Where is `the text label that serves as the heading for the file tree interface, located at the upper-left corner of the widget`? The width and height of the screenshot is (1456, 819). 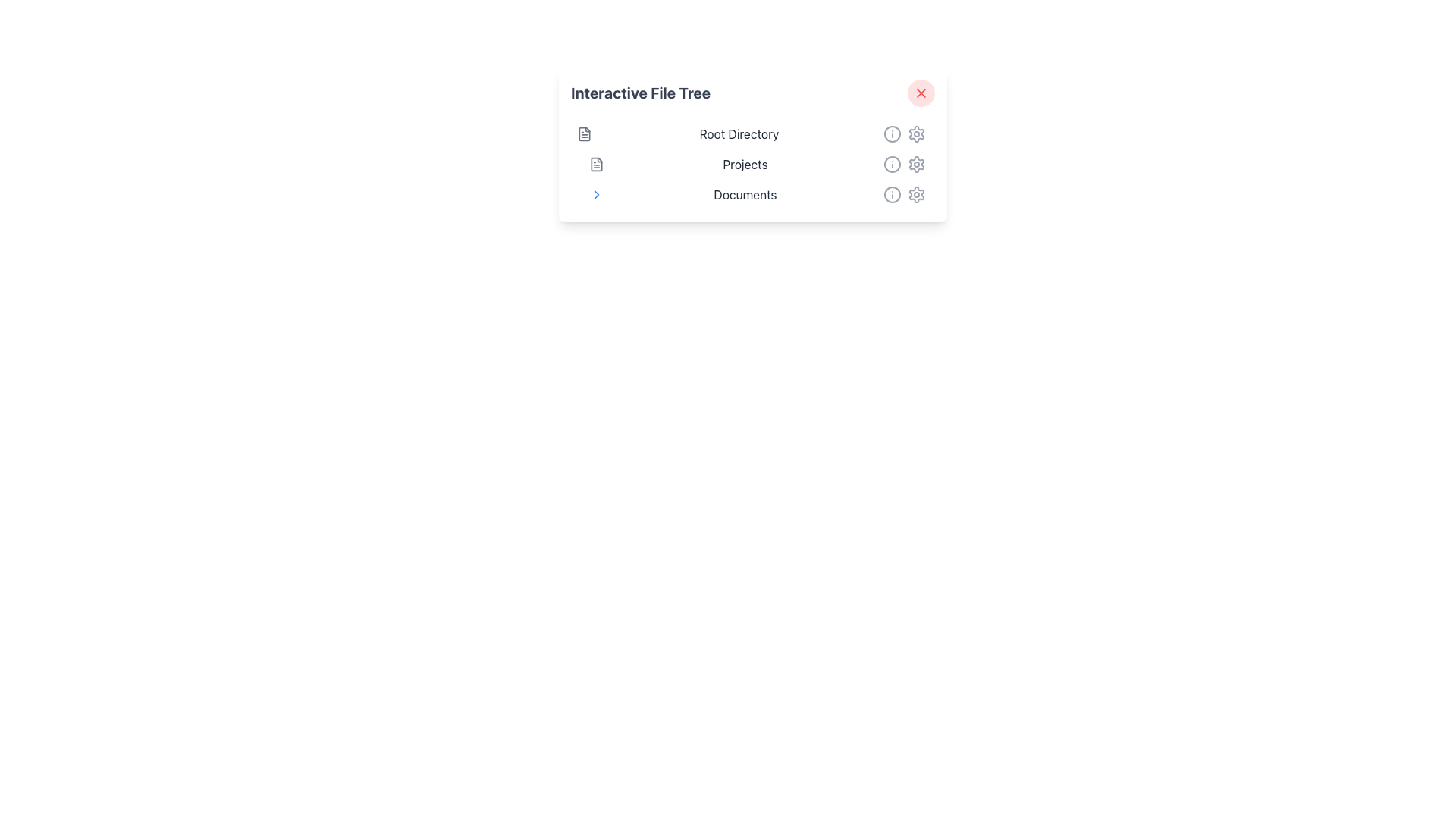 the text label that serves as the heading for the file tree interface, located at the upper-left corner of the widget is located at coordinates (641, 93).